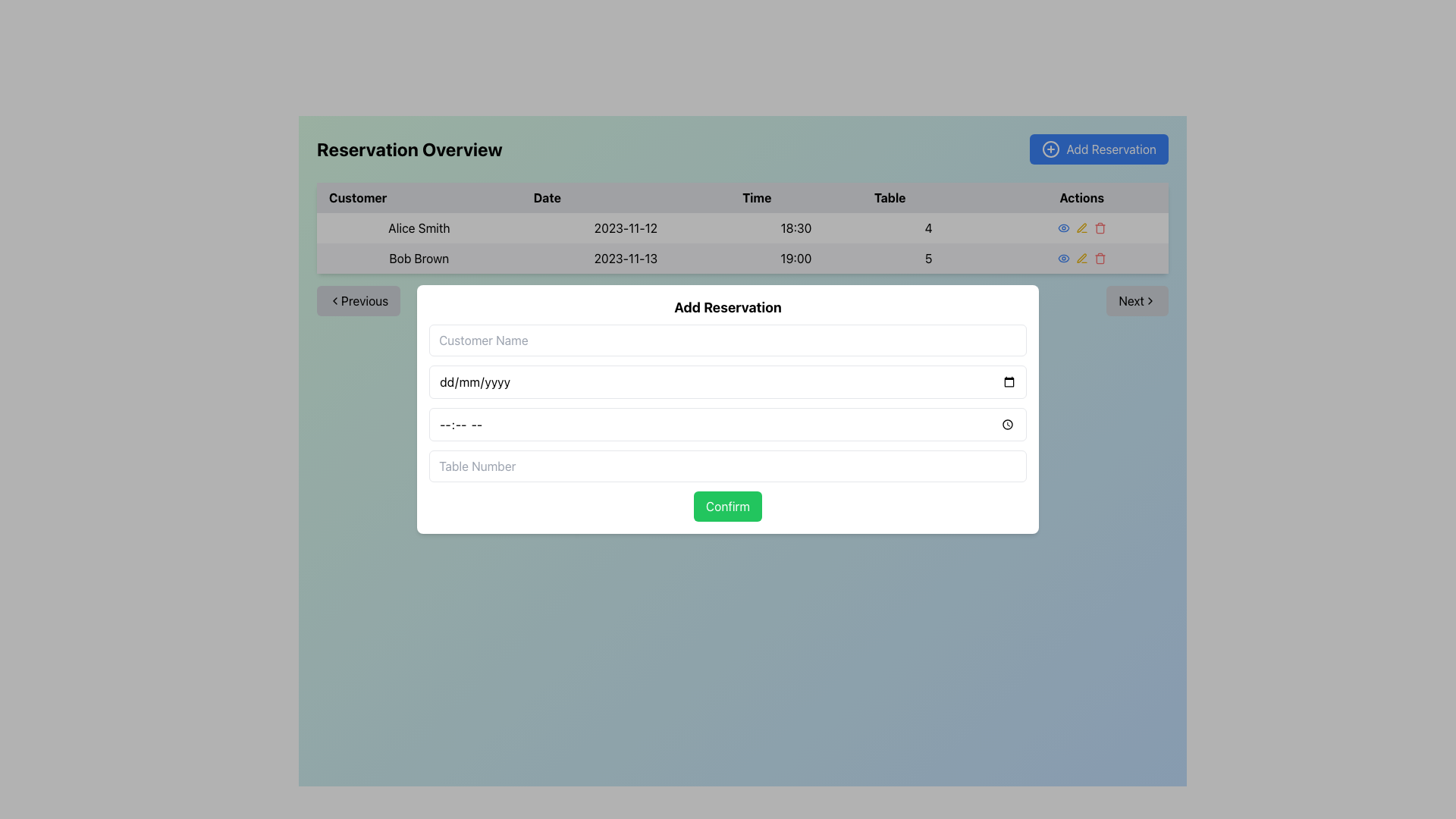  I want to click on the table cell displaying the text '19:00' in the third column of the second row under the 'Time' header, so click(795, 257).